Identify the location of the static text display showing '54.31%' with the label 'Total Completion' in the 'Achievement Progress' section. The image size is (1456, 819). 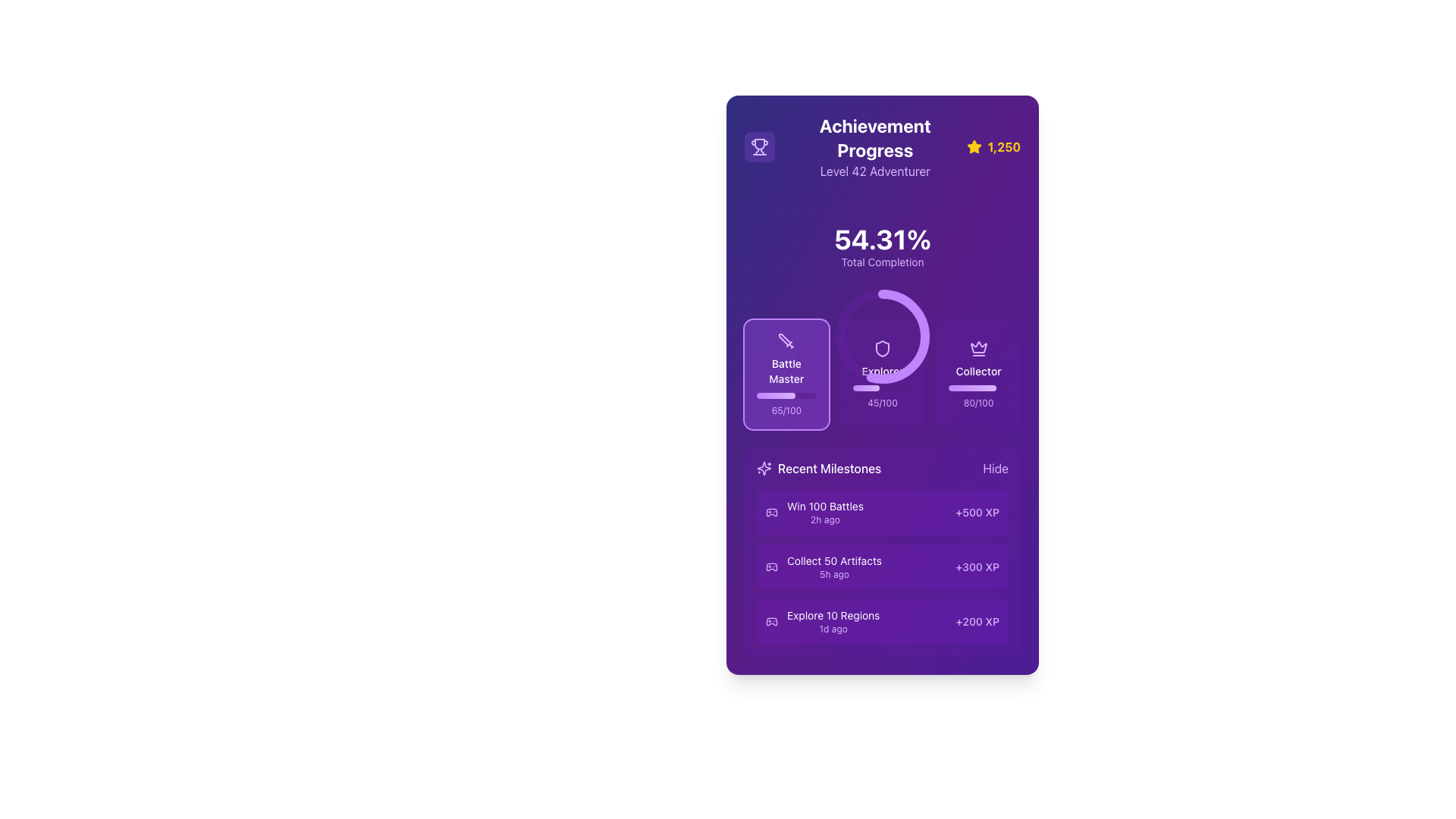
(882, 246).